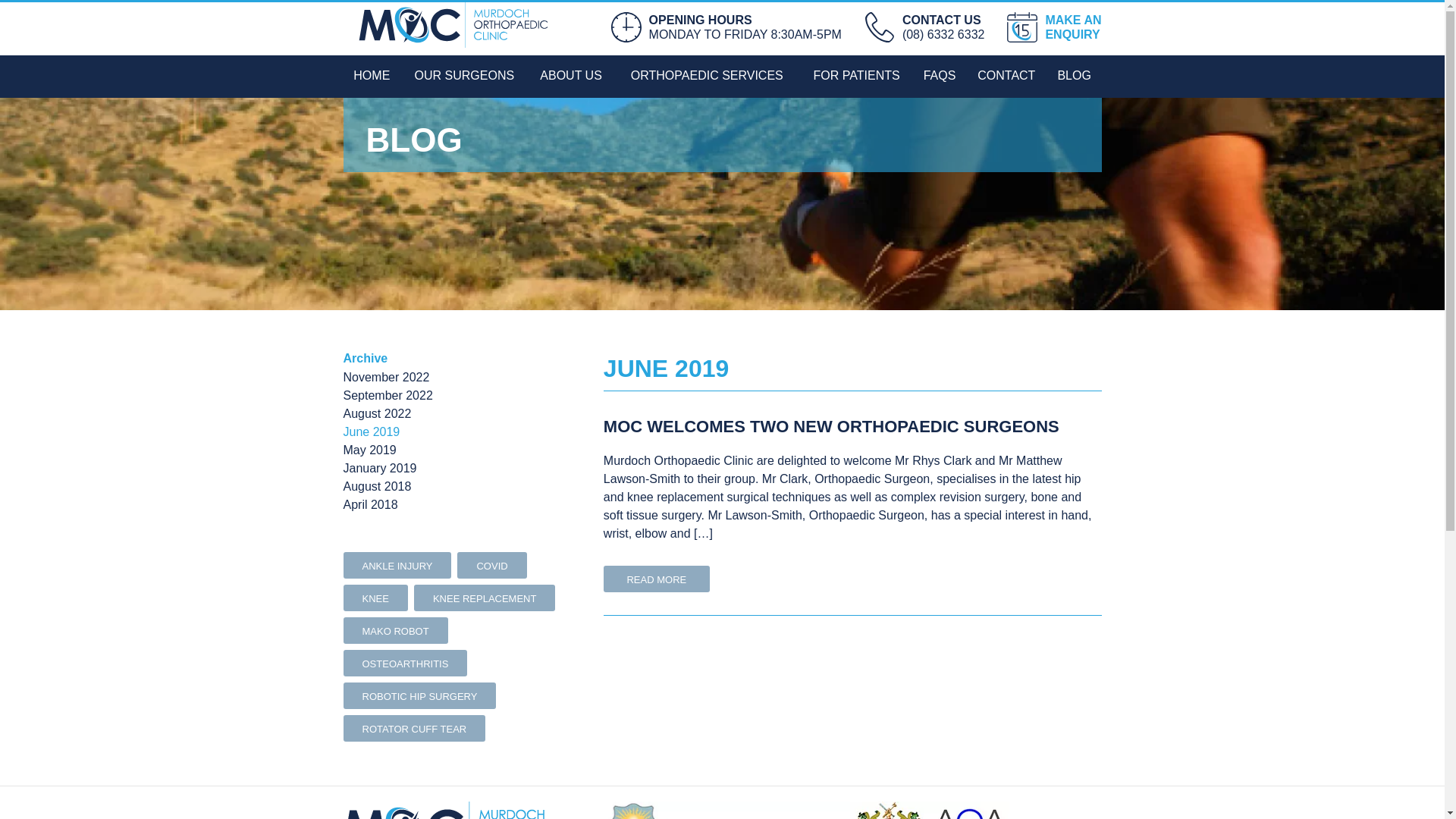 The image size is (1456, 819). What do you see at coordinates (856, 76) in the screenshot?
I see `'FOR PATIENTS'` at bounding box center [856, 76].